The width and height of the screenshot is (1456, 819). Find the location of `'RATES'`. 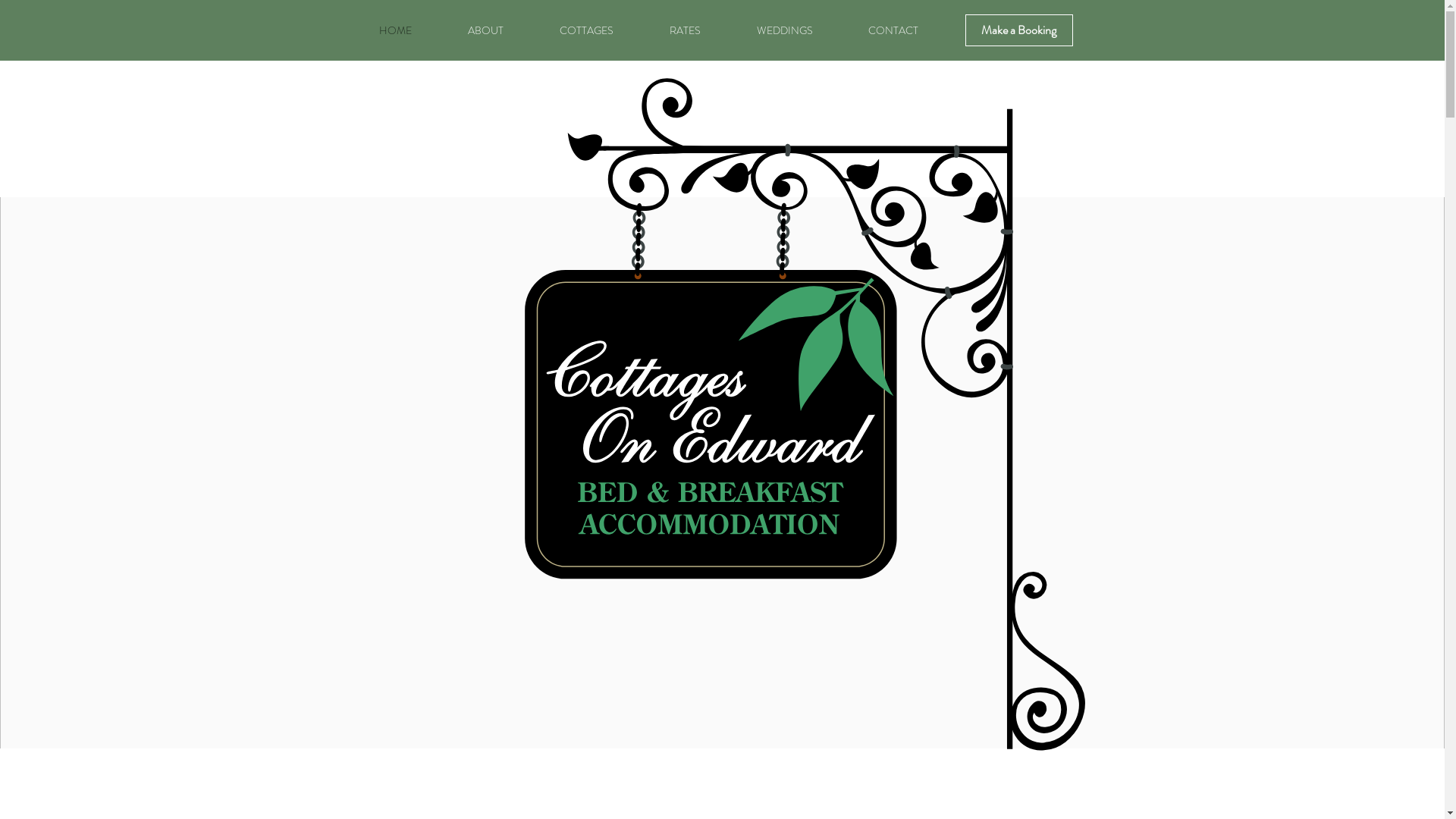

'RATES' is located at coordinates (684, 30).